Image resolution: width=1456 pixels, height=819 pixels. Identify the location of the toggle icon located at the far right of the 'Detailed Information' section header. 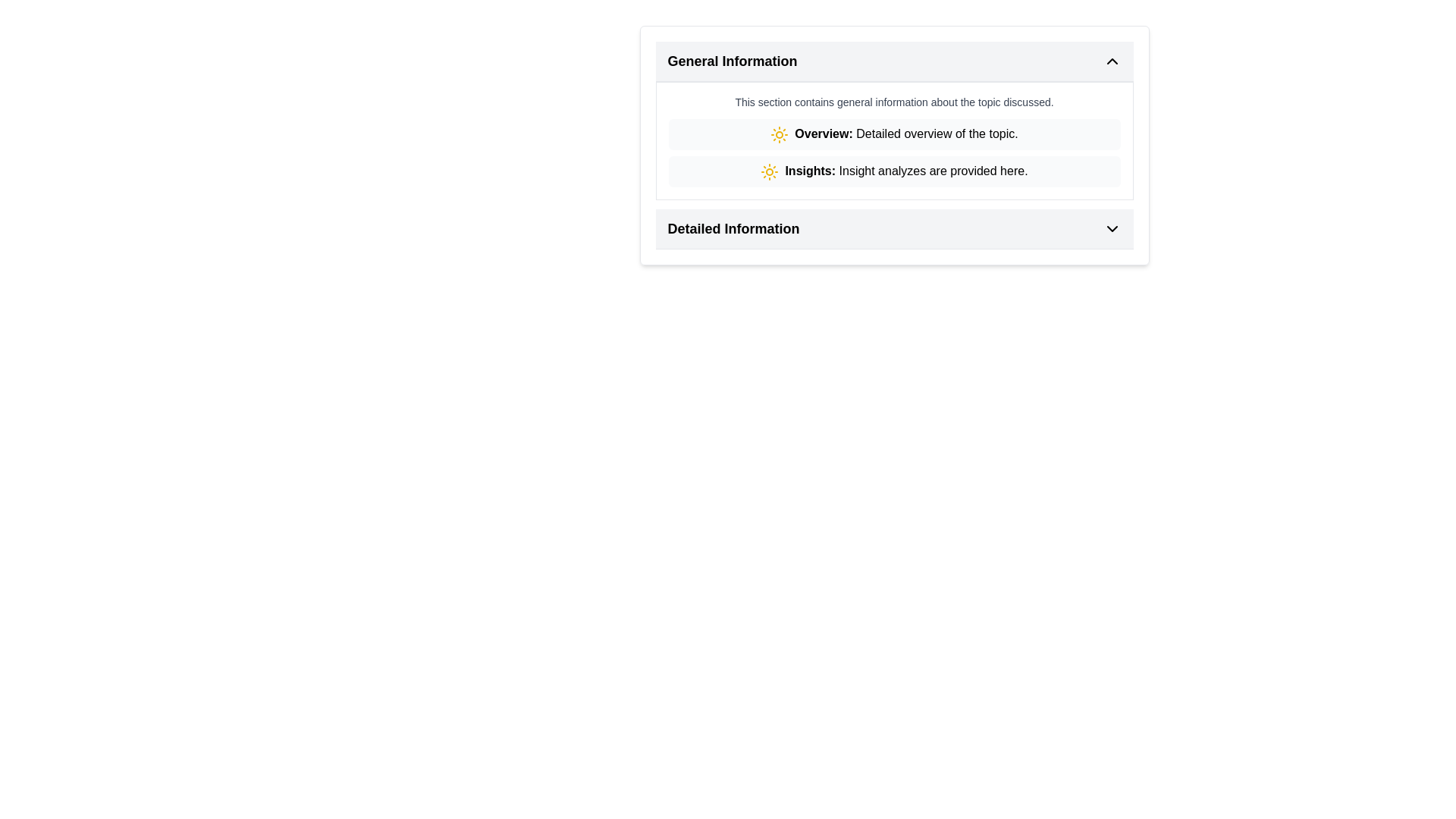
(1112, 228).